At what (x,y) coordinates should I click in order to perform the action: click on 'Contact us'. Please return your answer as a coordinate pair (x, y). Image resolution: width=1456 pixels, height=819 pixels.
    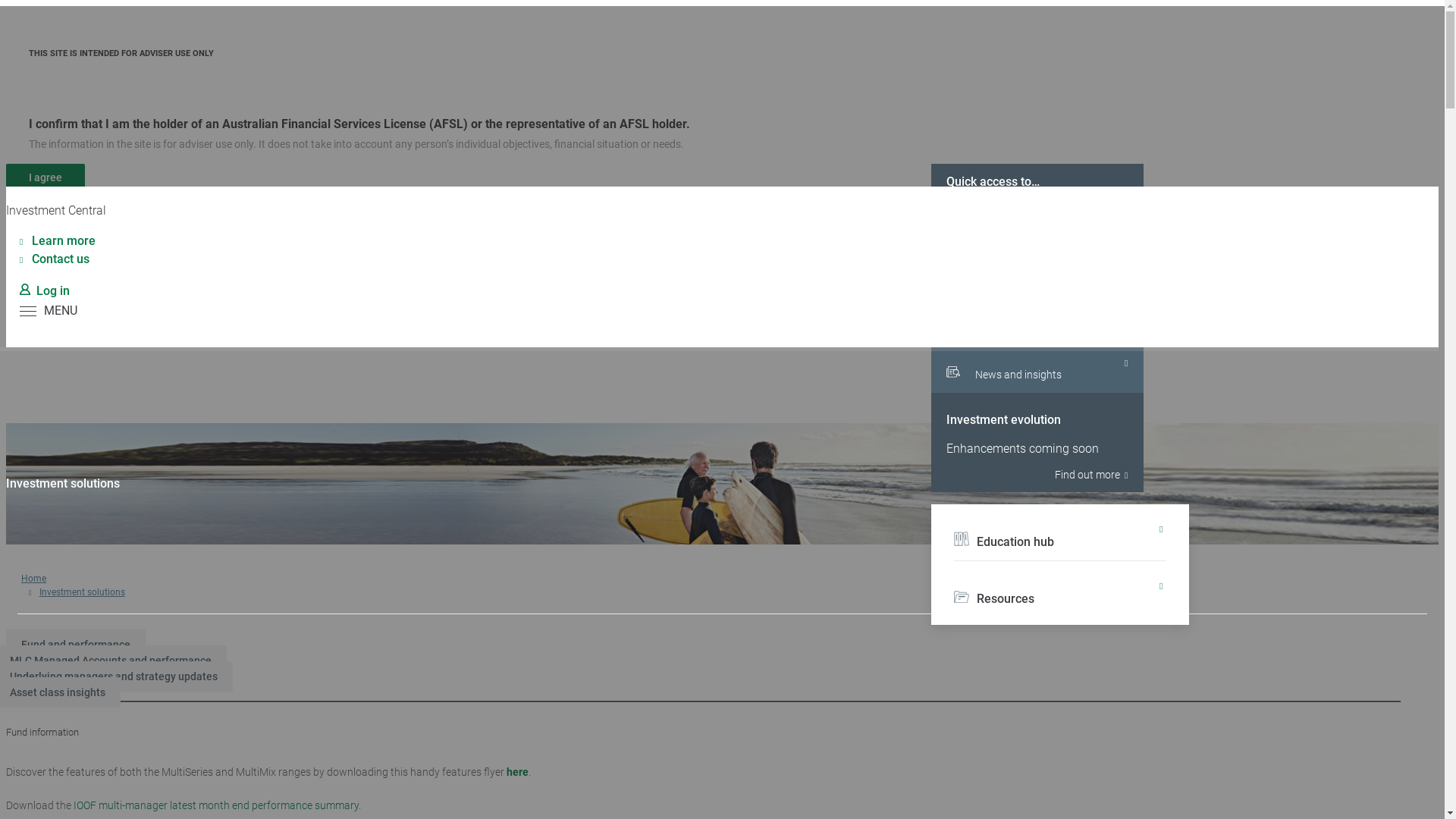
    Looking at the image, I should click on (55, 258).